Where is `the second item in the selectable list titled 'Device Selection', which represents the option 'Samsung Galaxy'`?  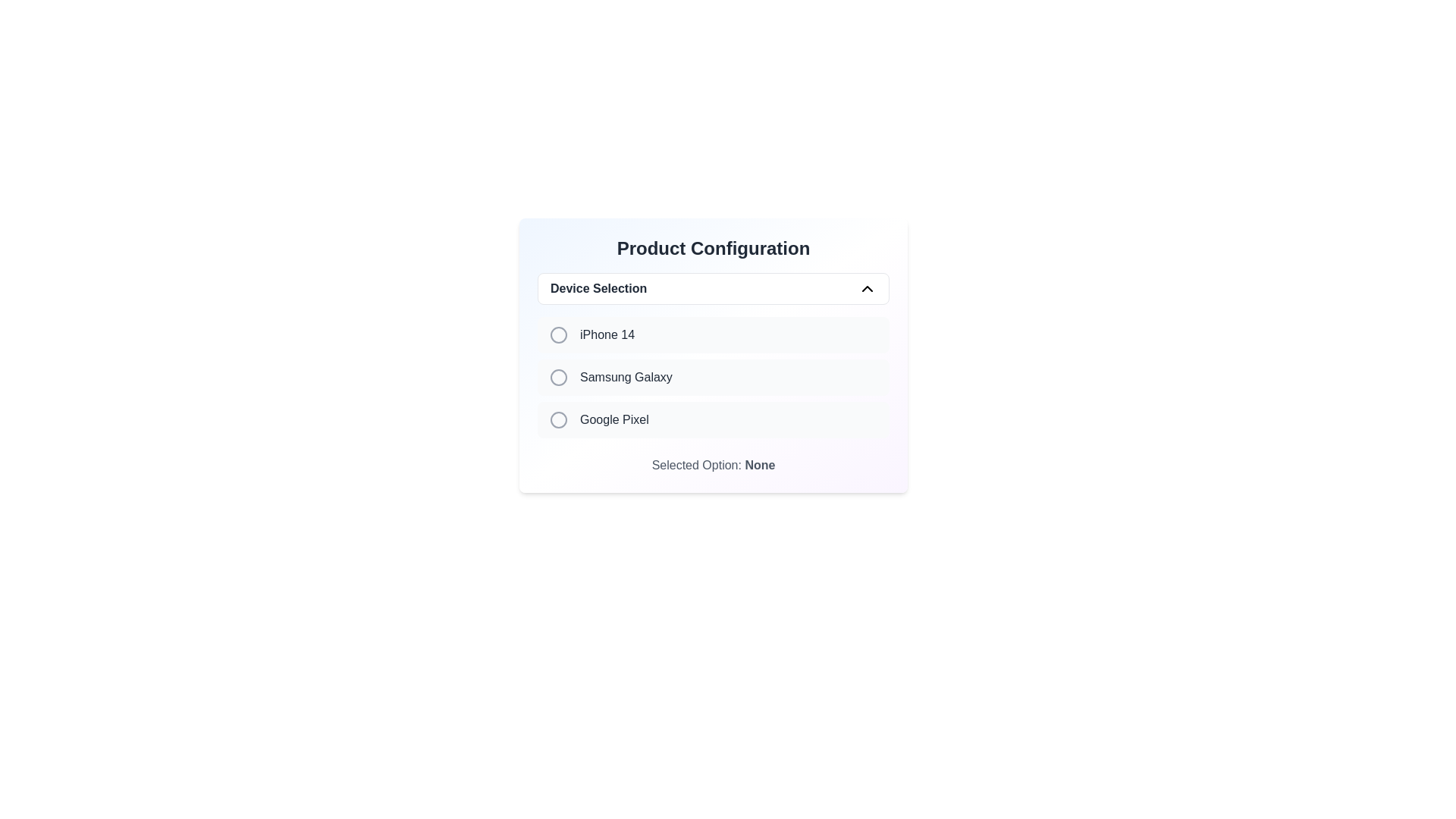
the second item in the selectable list titled 'Device Selection', which represents the option 'Samsung Galaxy' is located at coordinates (712, 376).